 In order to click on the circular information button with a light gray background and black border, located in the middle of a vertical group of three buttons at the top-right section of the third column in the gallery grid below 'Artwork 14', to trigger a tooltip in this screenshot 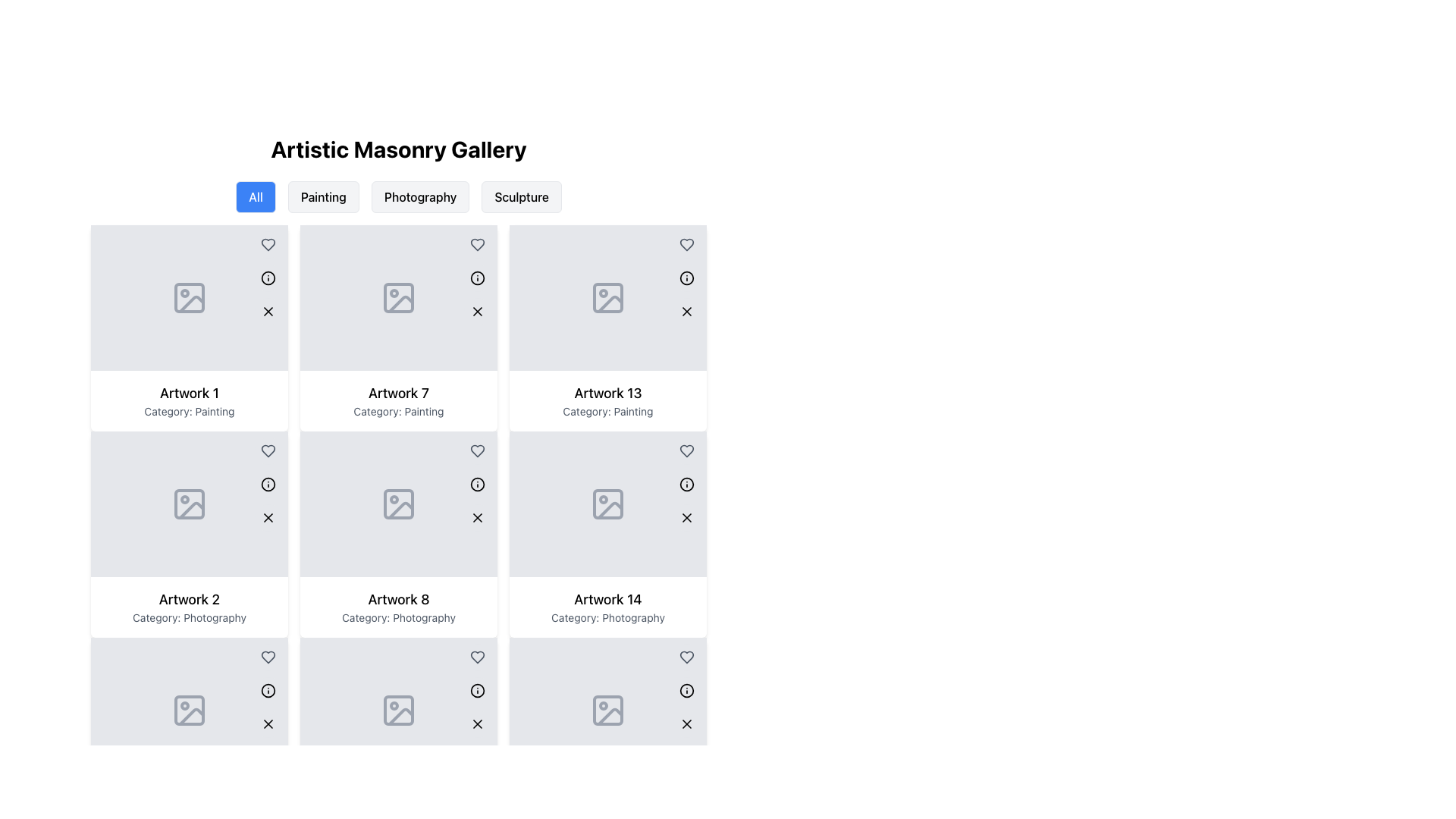, I will do `click(686, 690)`.